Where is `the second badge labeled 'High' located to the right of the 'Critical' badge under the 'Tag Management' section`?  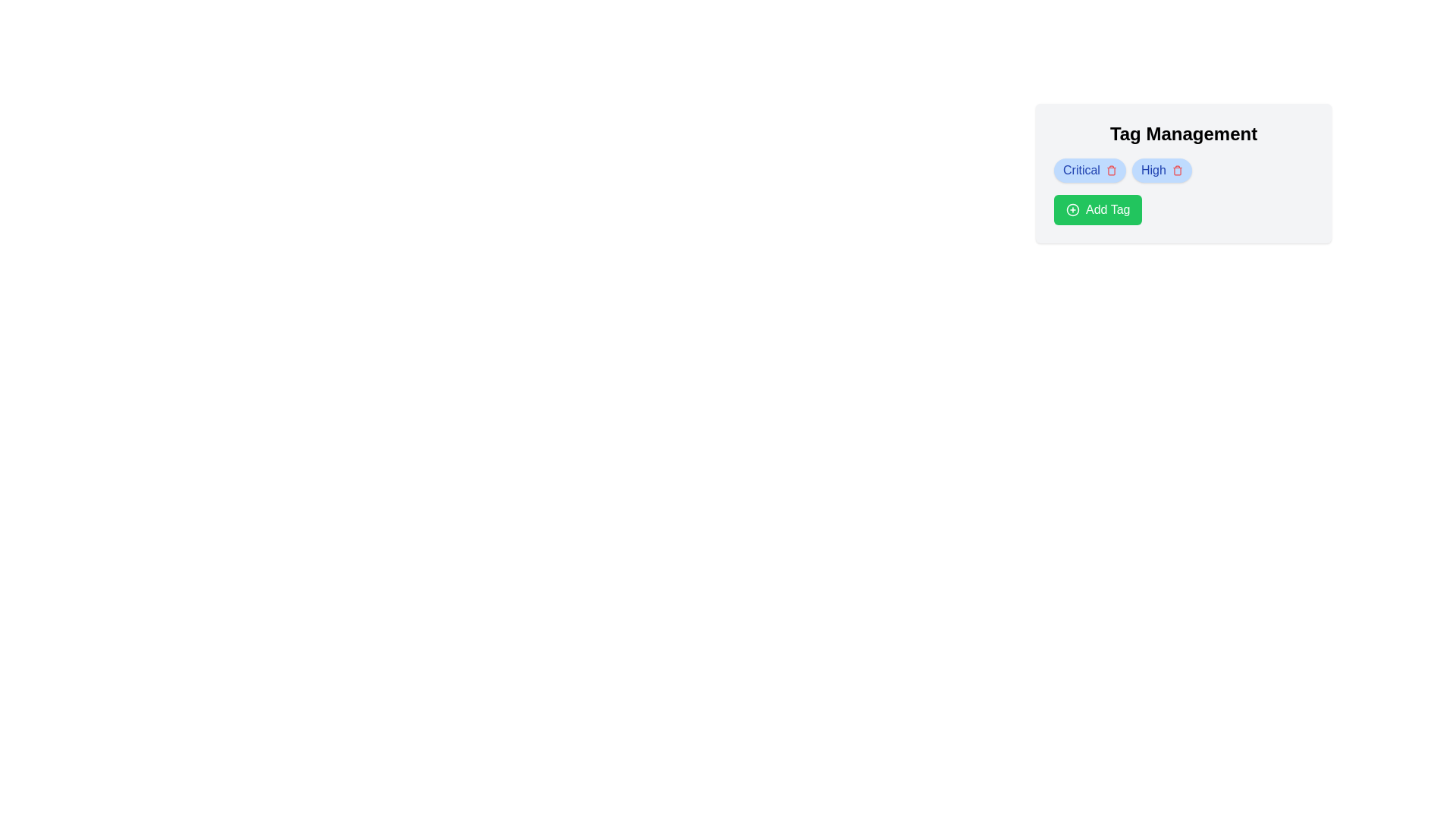 the second badge labeled 'High' located to the right of the 'Critical' badge under the 'Tag Management' section is located at coordinates (1161, 170).